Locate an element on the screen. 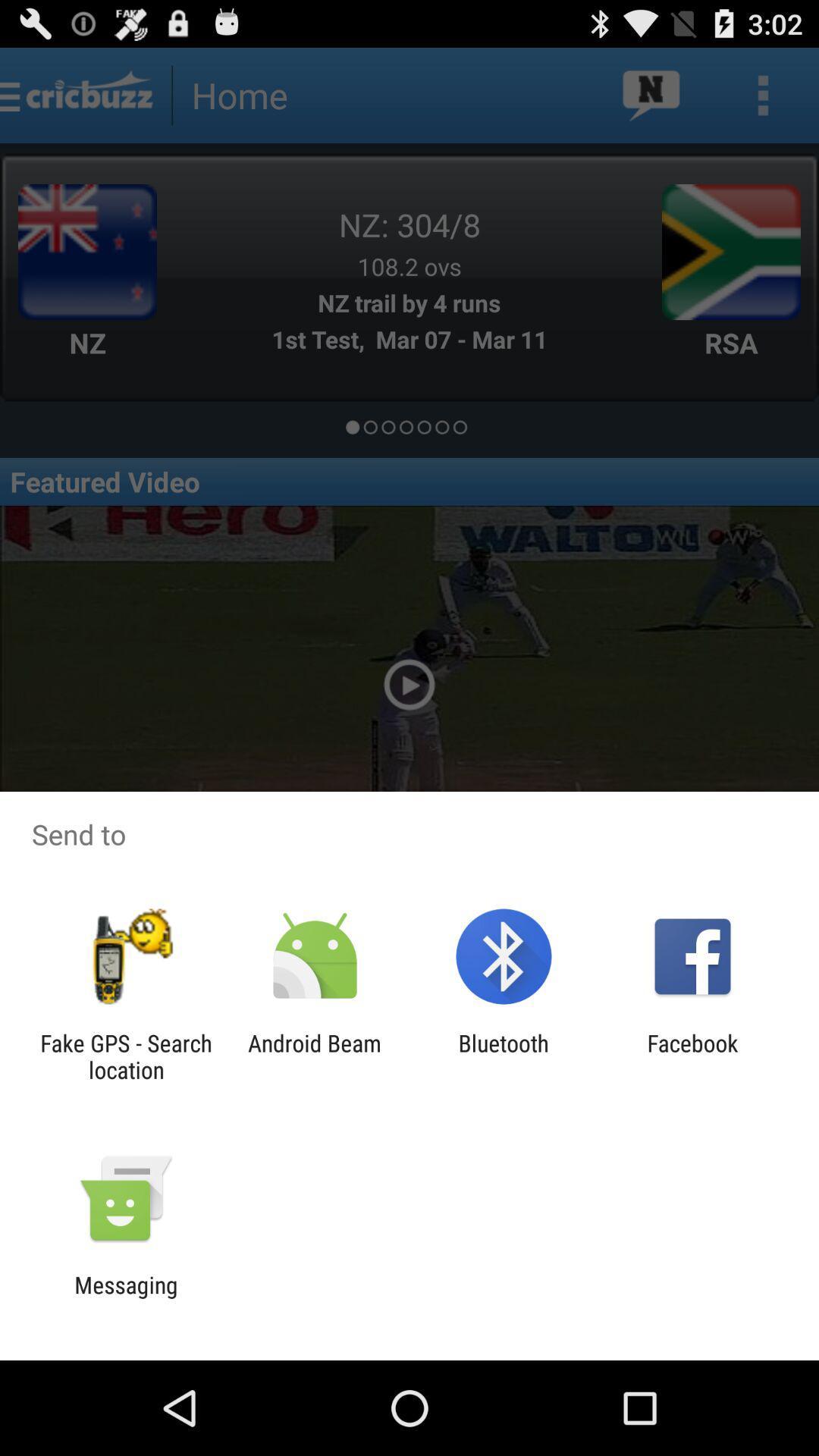  the app next to the fake gps search item is located at coordinates (314, 1056).